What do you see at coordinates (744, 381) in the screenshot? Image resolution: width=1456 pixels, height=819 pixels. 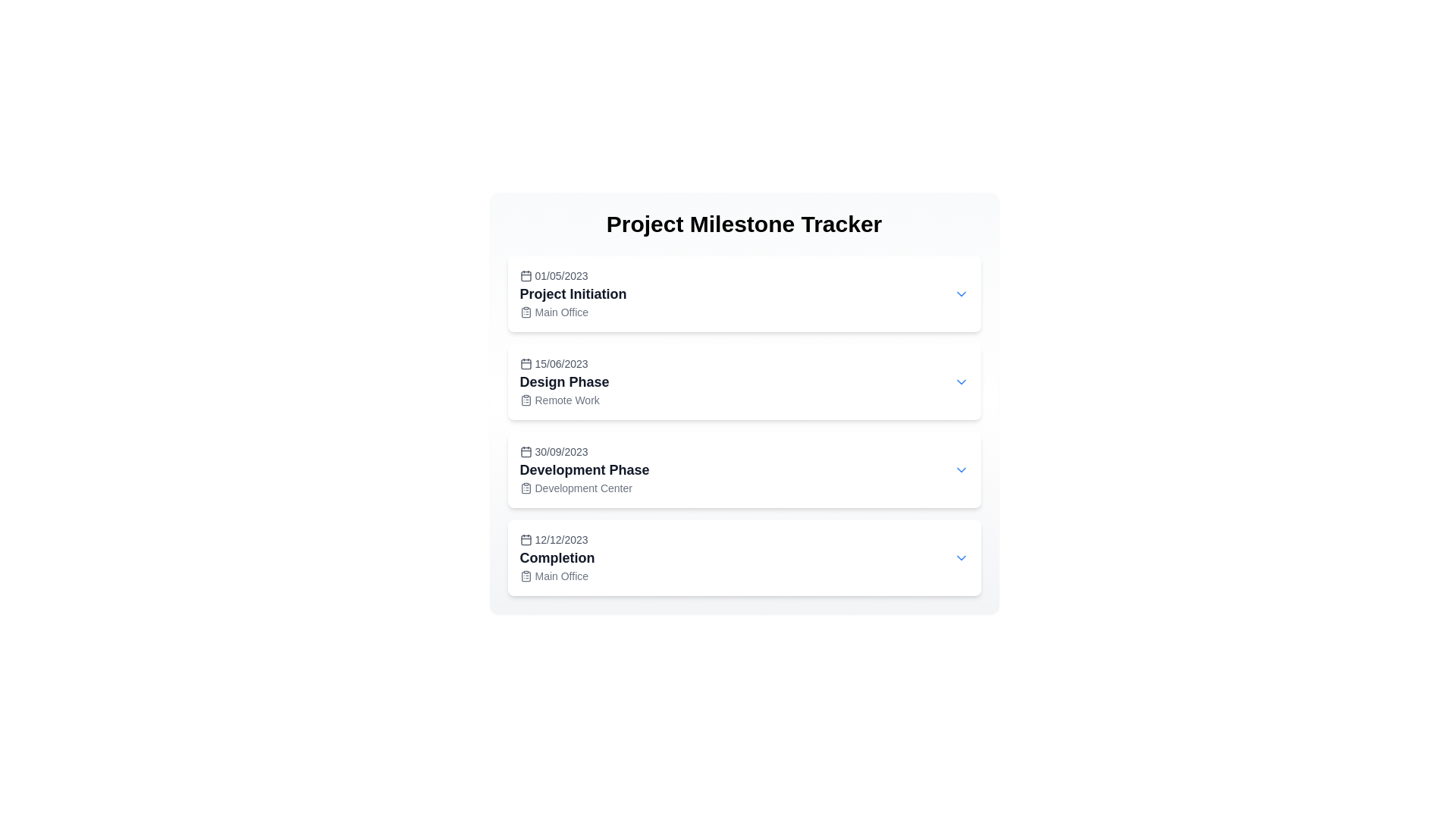 I see `the second milestone card in the Project Milestone Tracker` at bounding box center [744, 381].